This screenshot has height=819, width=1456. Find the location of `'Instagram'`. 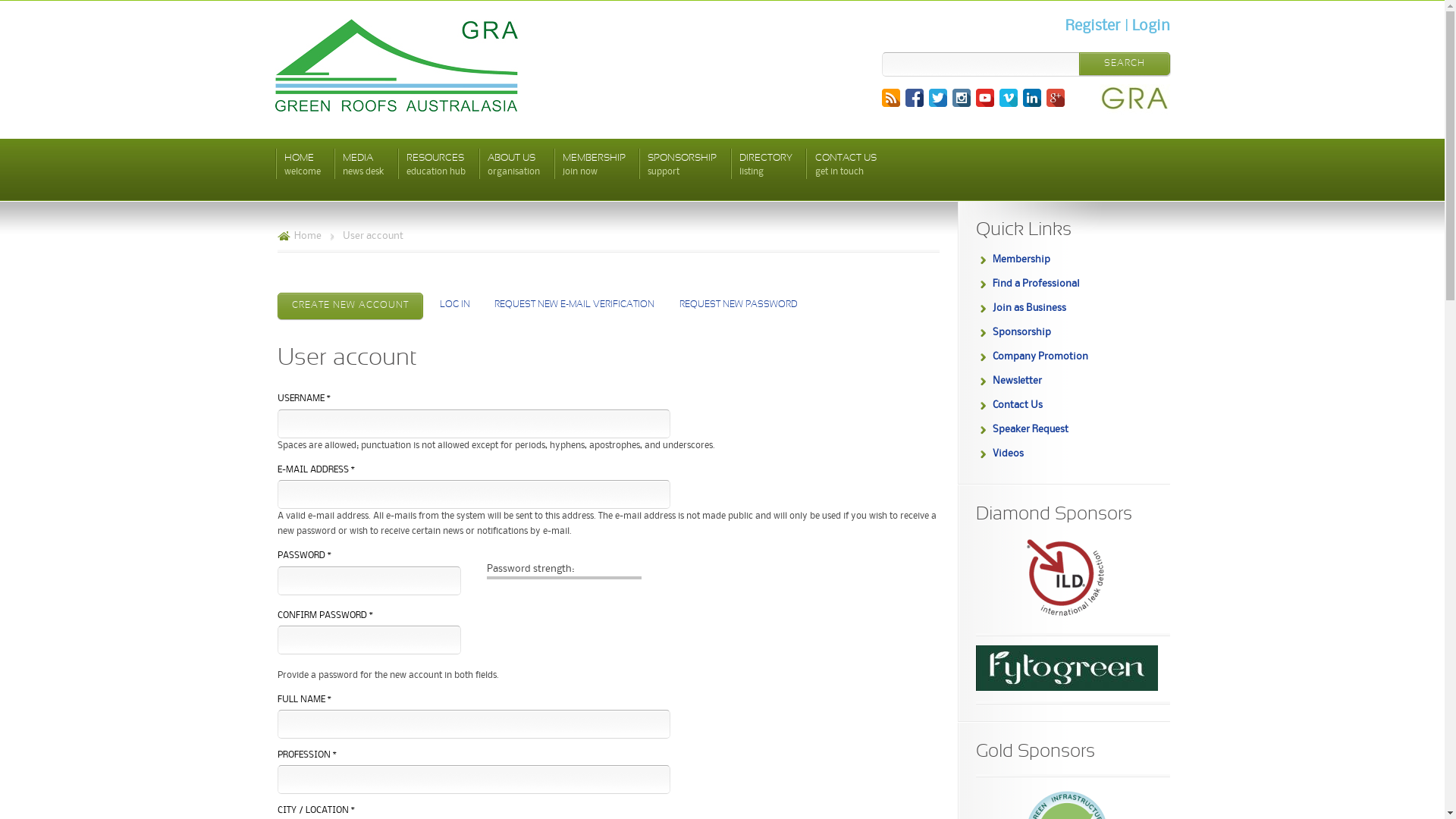

'Instagram' is located at coordinates (963, 99).